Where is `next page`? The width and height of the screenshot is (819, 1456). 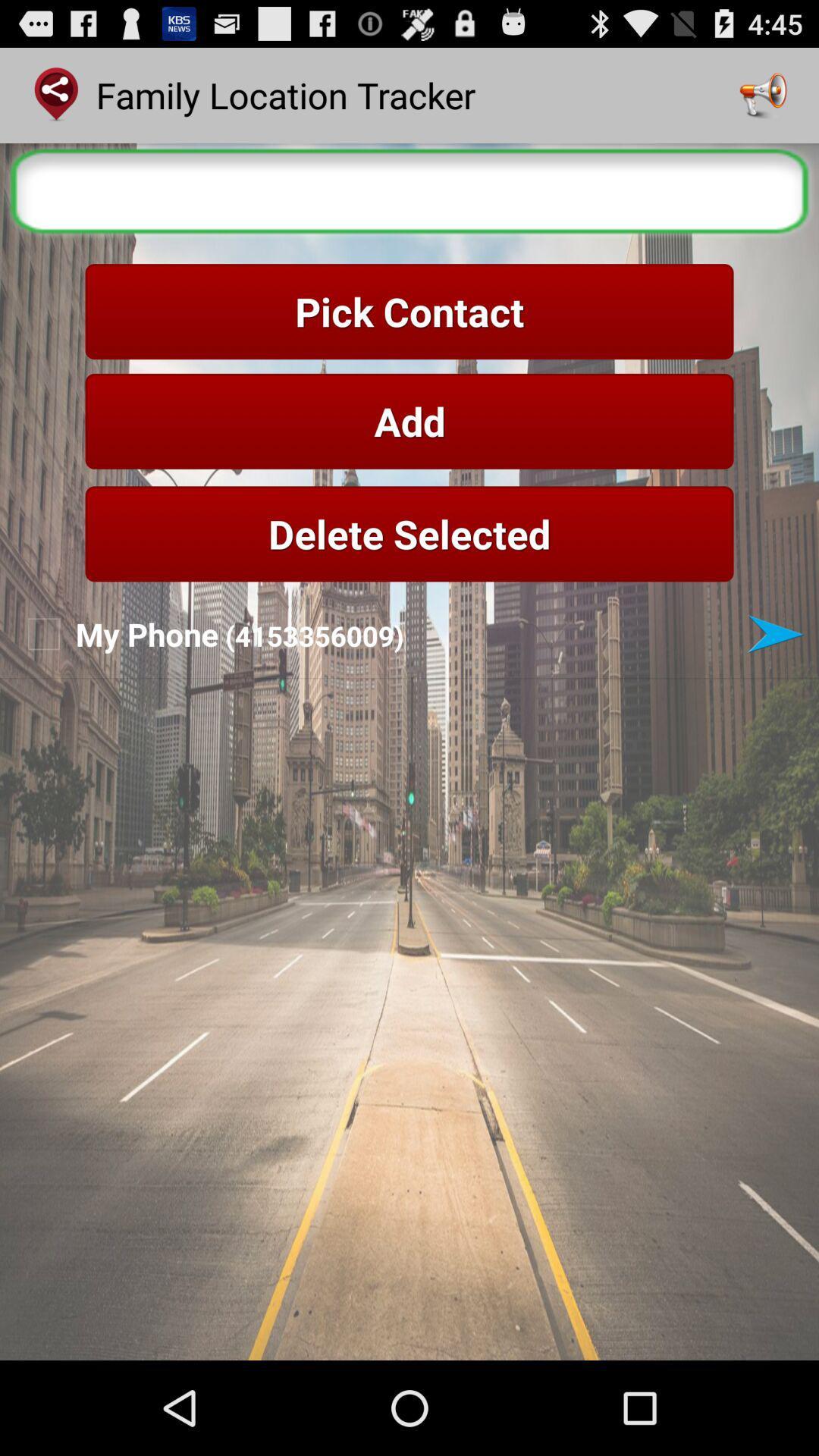
next page is located at coordinates (775, 634).